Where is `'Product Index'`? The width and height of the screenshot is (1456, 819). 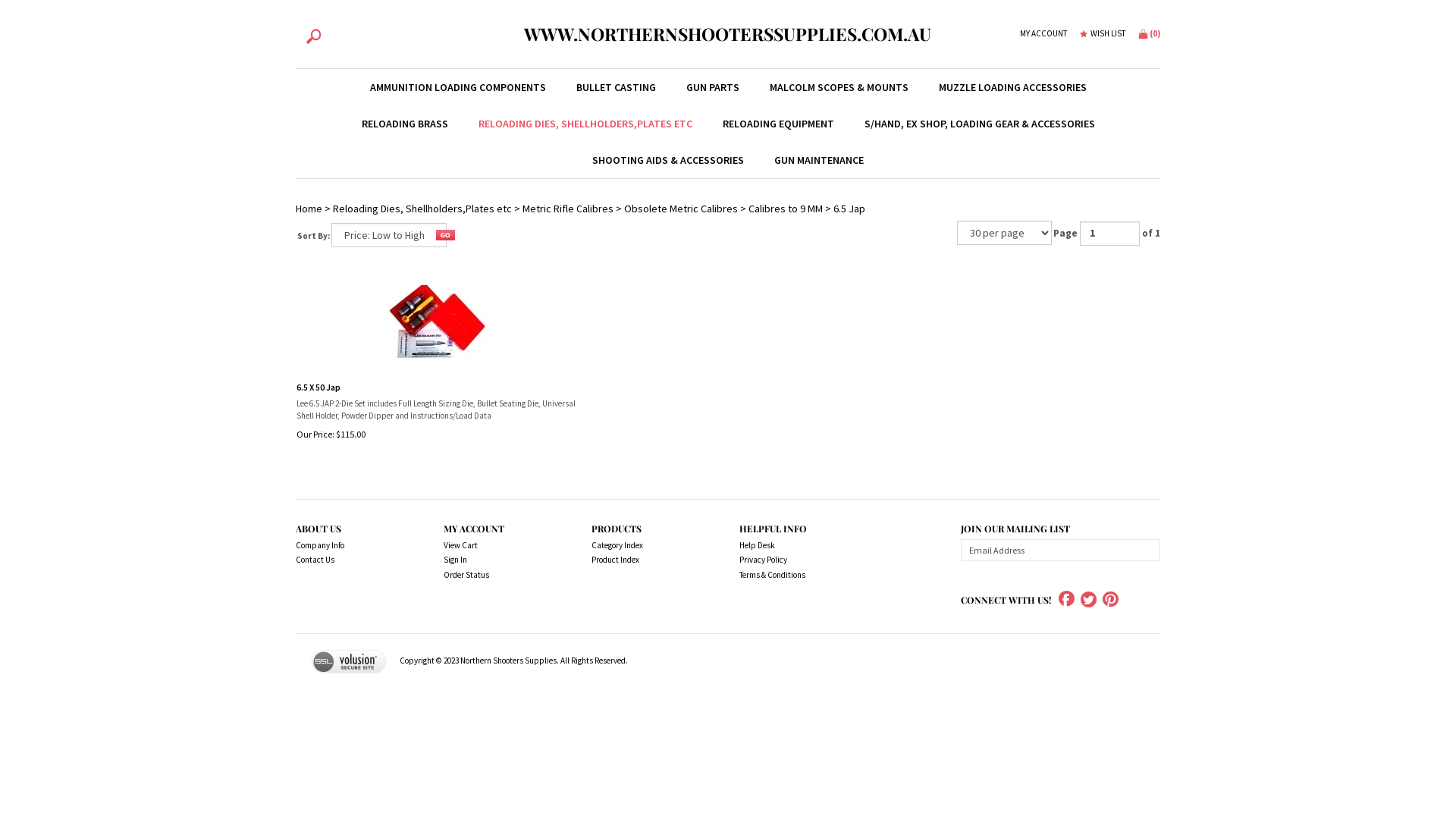 'Product Index' is located at coordinates (648, 560).